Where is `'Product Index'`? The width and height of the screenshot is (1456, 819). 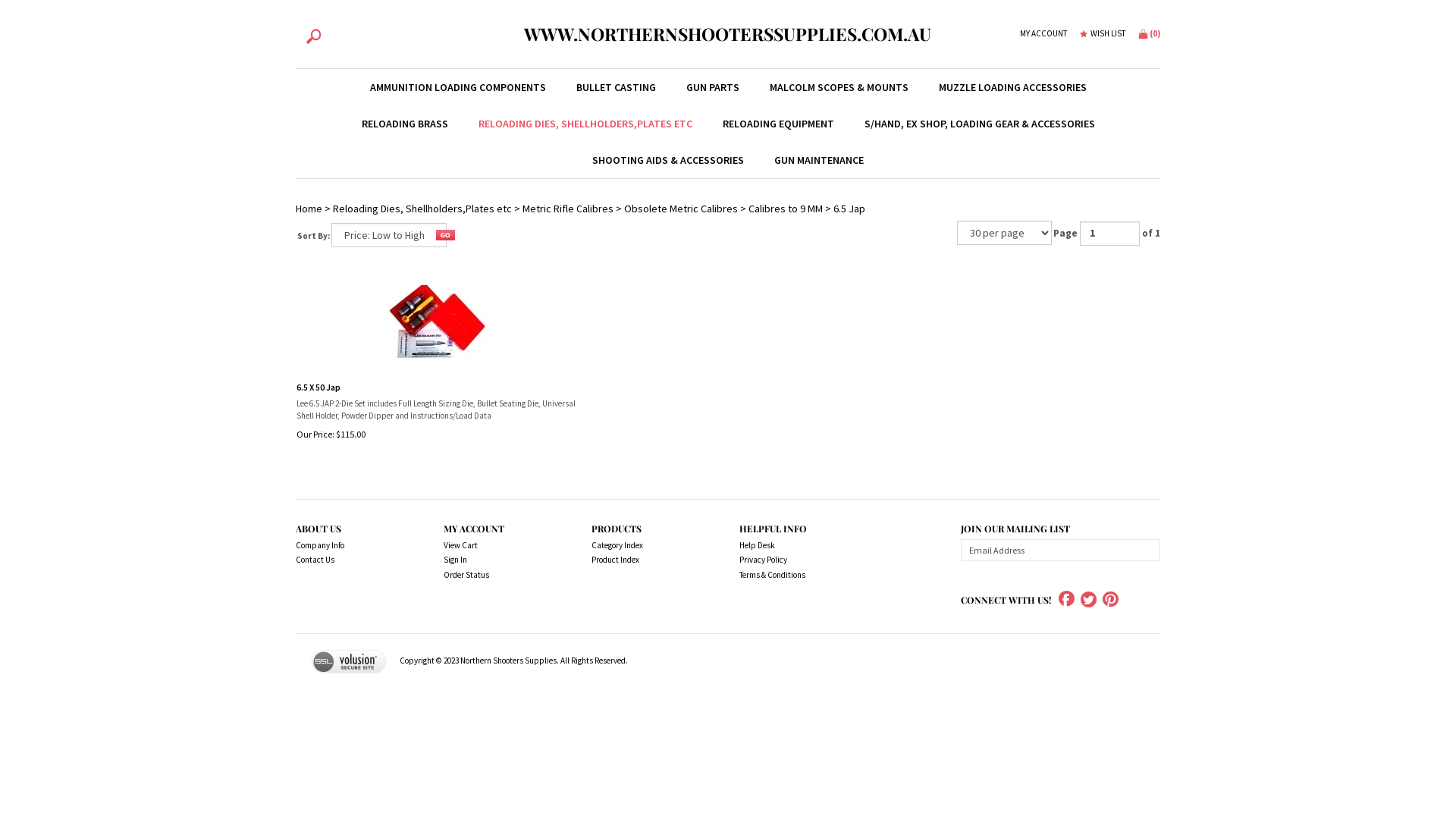 'Product Index' is located at coordinates (648, 560).